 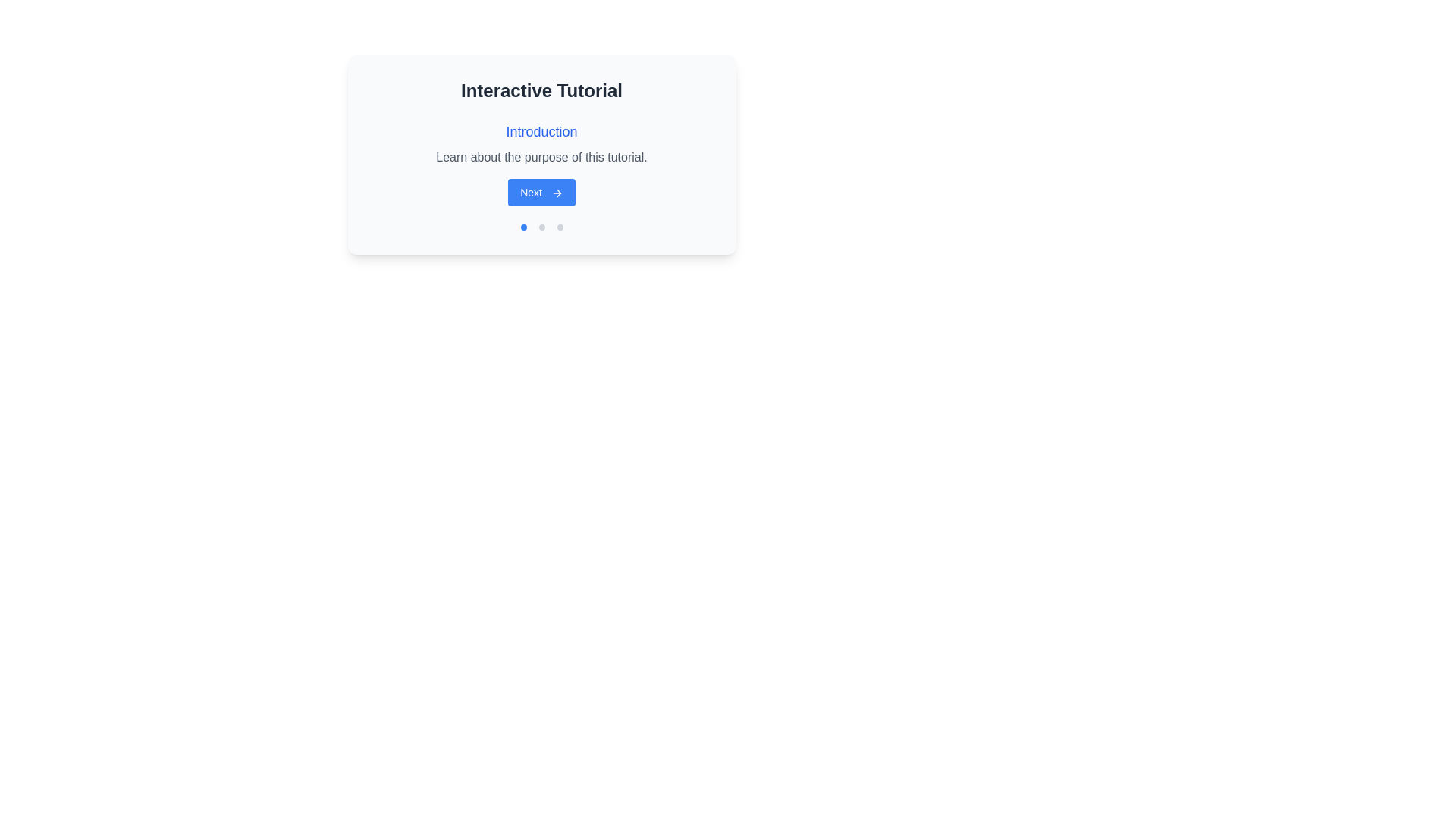 I want to click on the right-oriented arrow icon located inside the blue 'Next' button, adjacent to the text 'Next', so click(x=556, y=193).